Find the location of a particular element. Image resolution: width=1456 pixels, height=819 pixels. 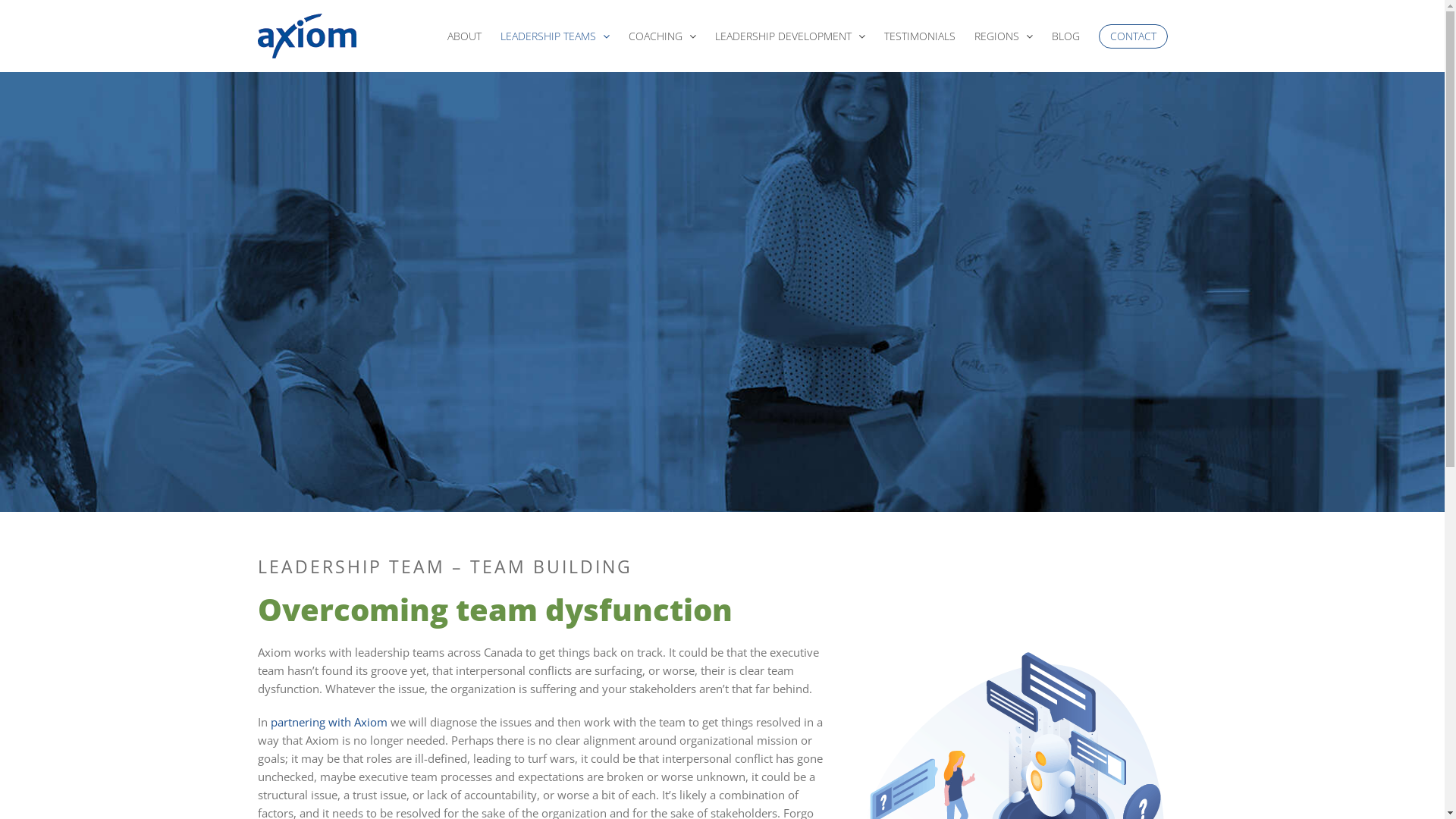

'BLOG' is located at coordinates (1065, 35).